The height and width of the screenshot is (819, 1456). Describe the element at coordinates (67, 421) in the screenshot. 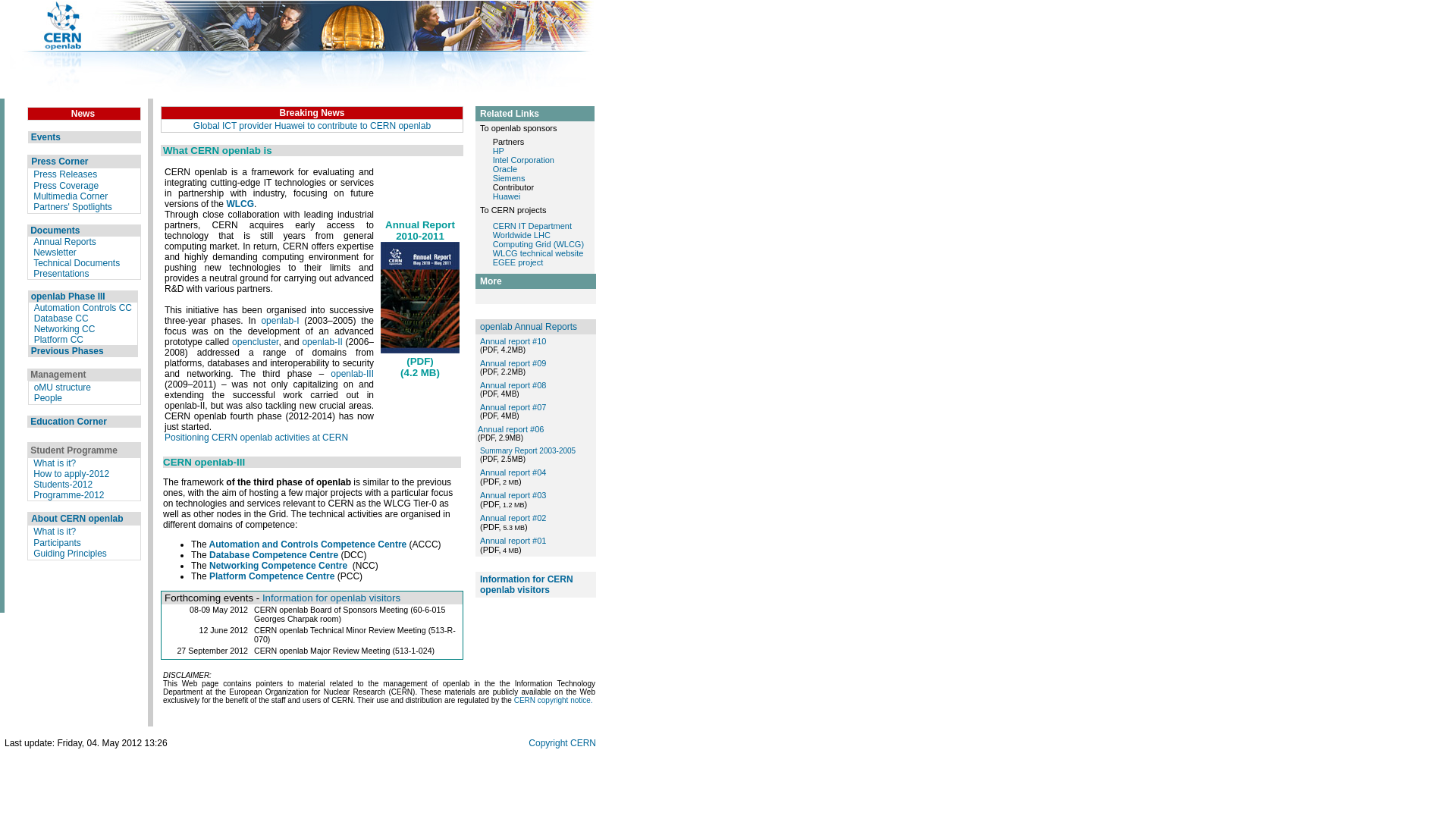

I see `'Education Corner'` at that location.